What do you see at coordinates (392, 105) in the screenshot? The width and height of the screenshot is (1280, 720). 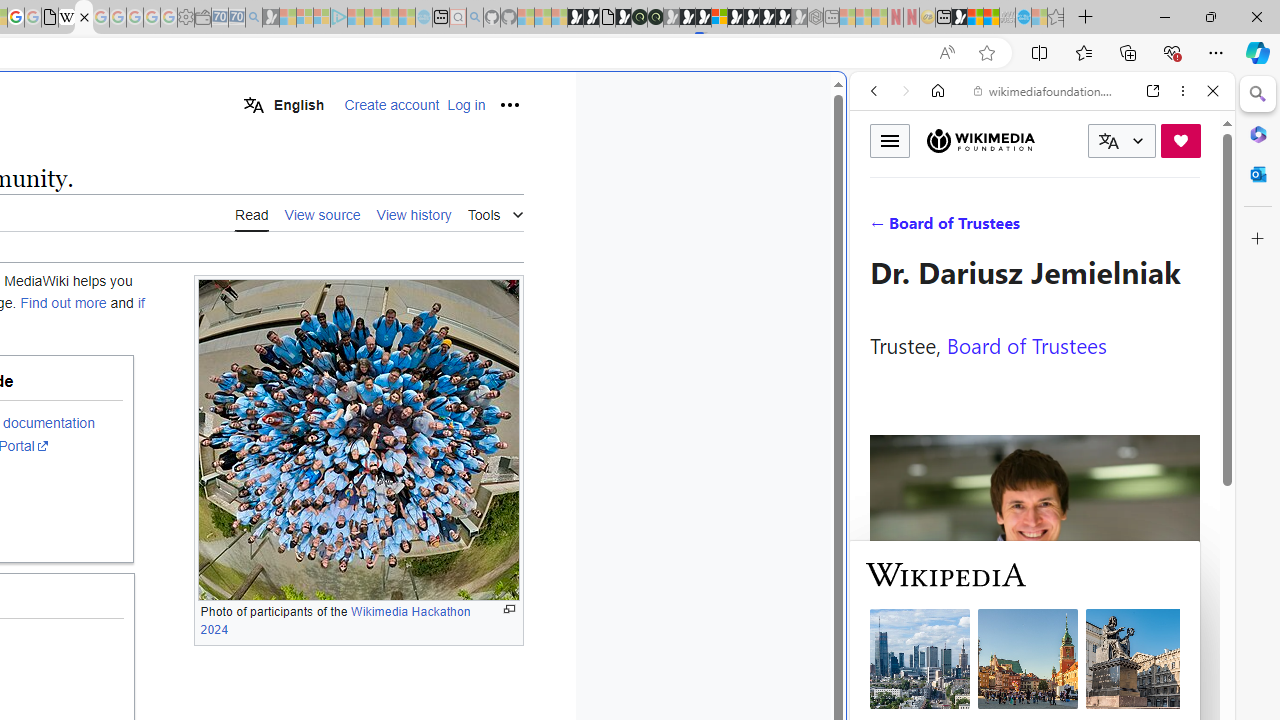 I see `'Create account'` at bounding box center [392, 105].